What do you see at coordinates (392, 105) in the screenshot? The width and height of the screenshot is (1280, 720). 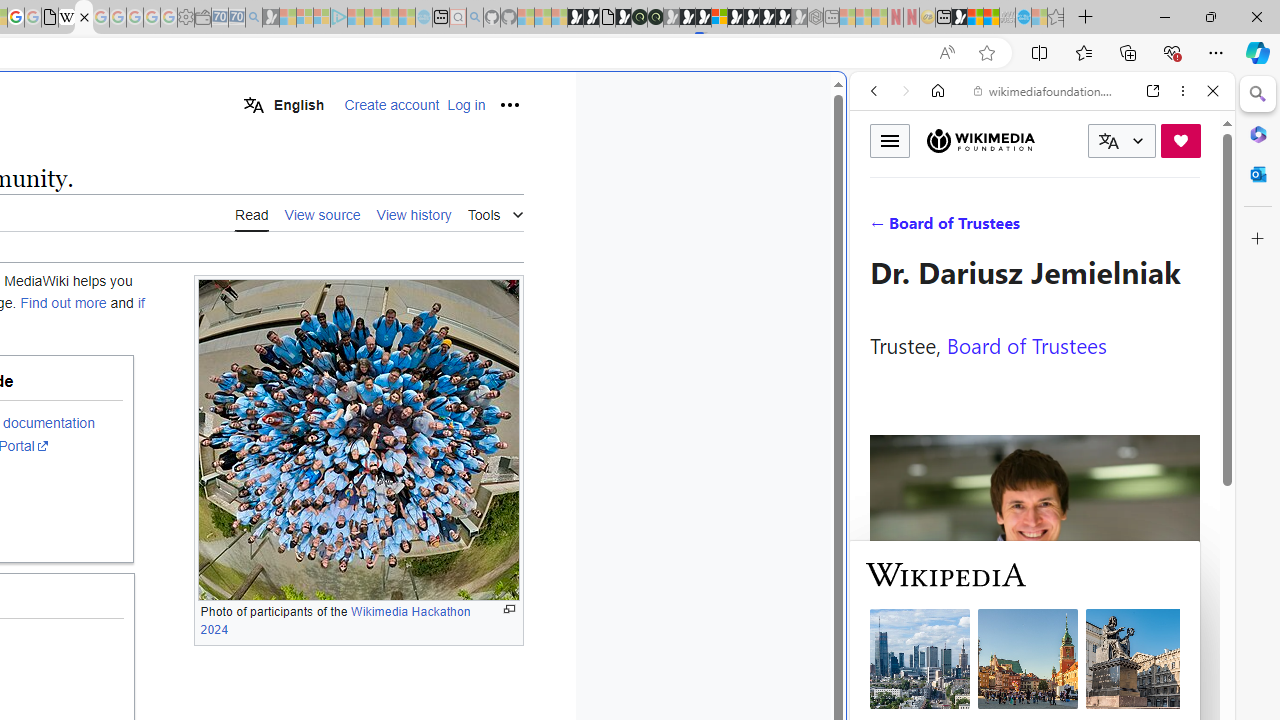 I see `'Create account'` at bounding box center [392, 105].